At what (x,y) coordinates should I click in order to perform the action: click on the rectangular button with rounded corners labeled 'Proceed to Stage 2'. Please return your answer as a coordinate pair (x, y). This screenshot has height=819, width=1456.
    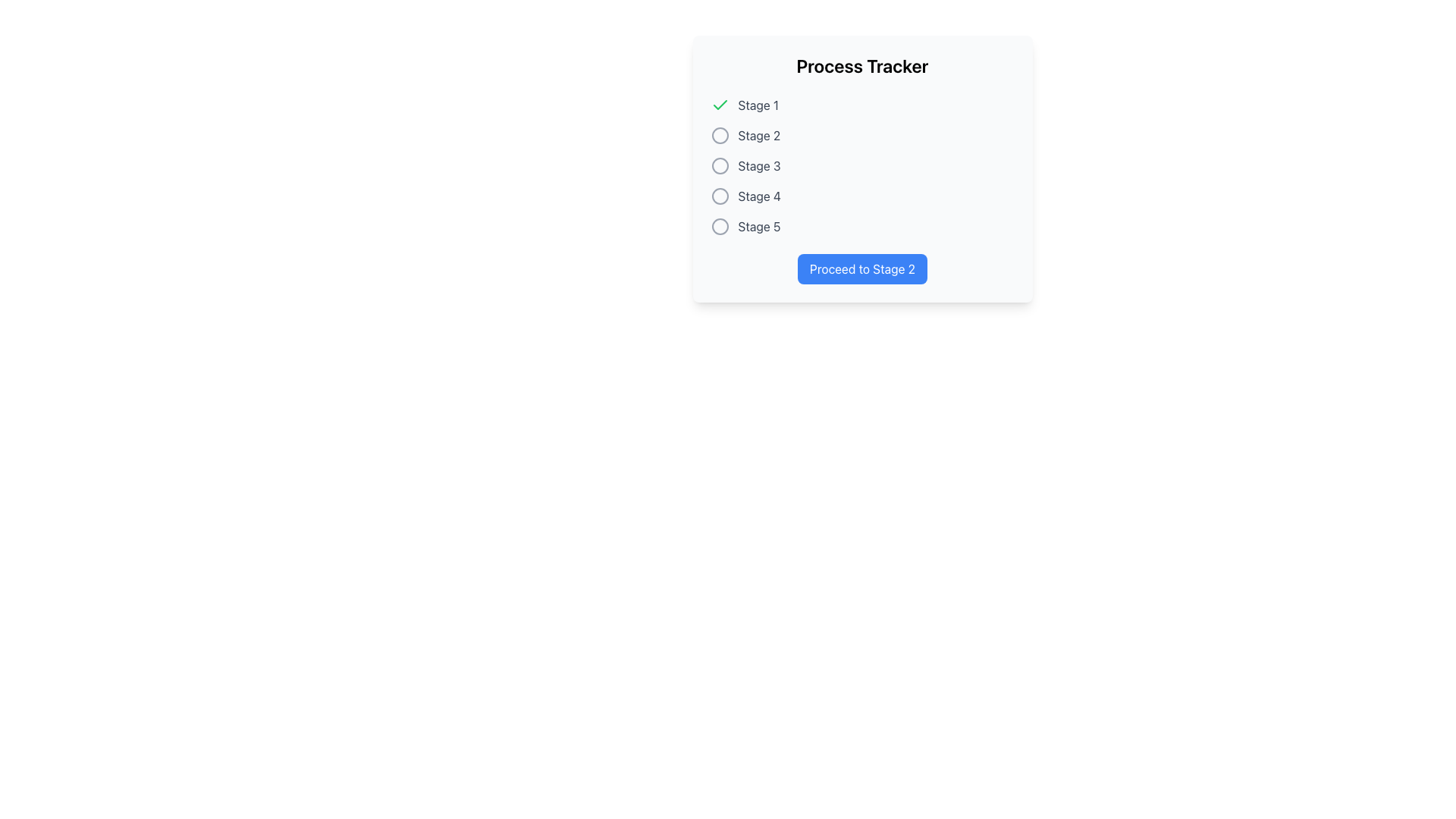
    Looking at the image, I should click on (862, 268).